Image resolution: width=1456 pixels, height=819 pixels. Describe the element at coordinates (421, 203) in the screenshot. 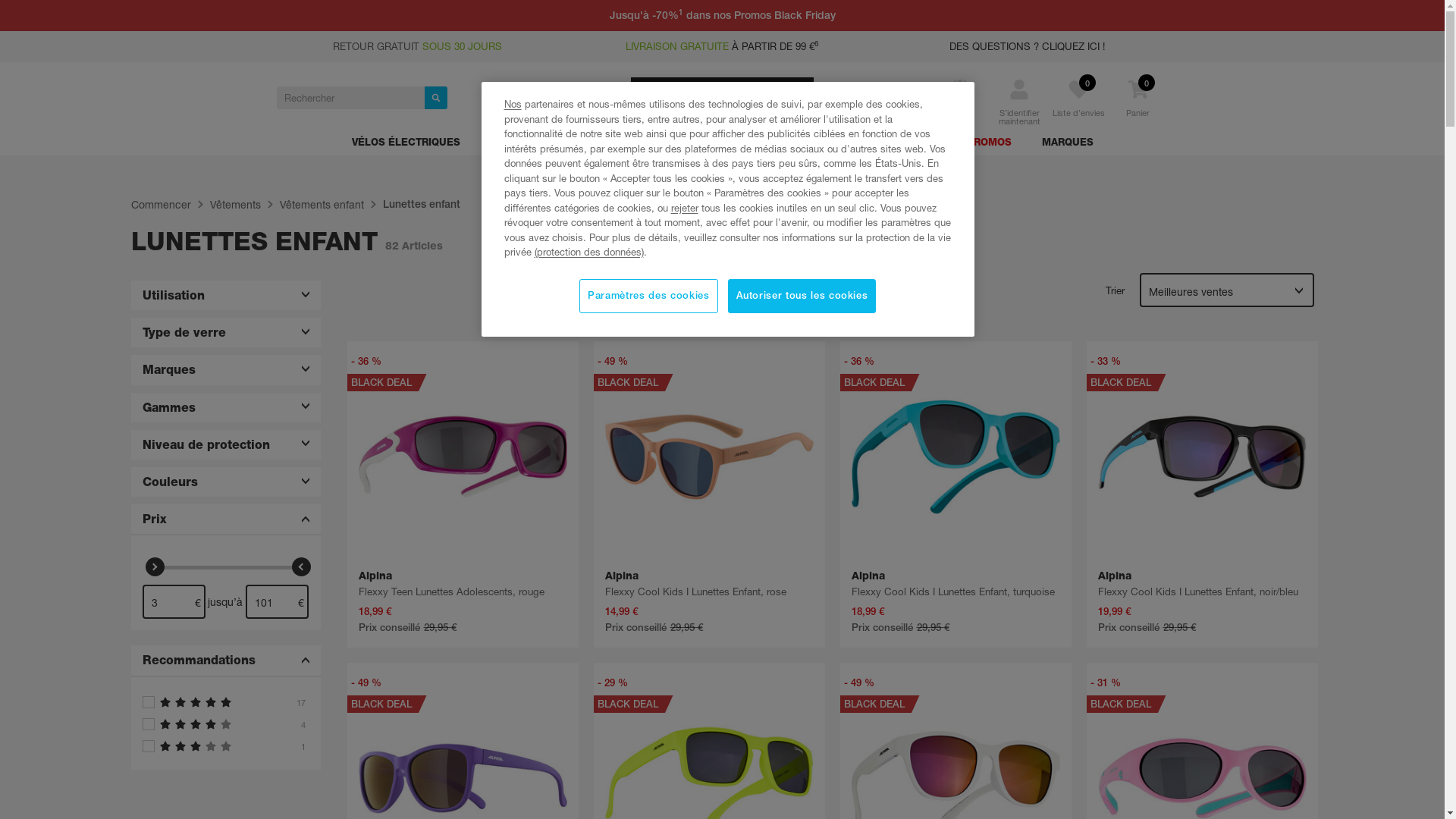

I see `'Lunettes enfant'` at that location.